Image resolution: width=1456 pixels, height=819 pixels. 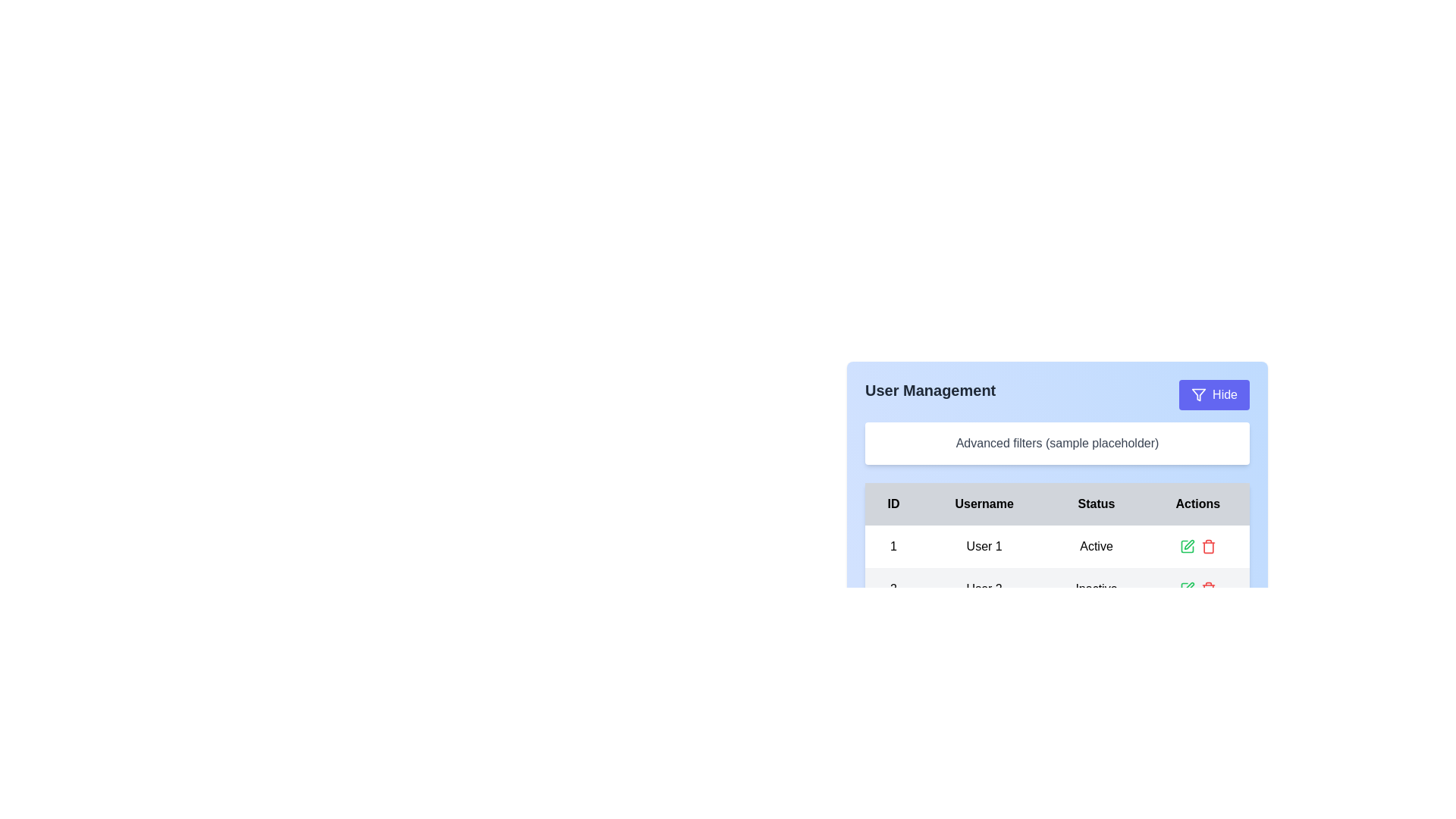 I want to click on the delete button icon, which is the third interactive element, so click(x=1207, y=547).